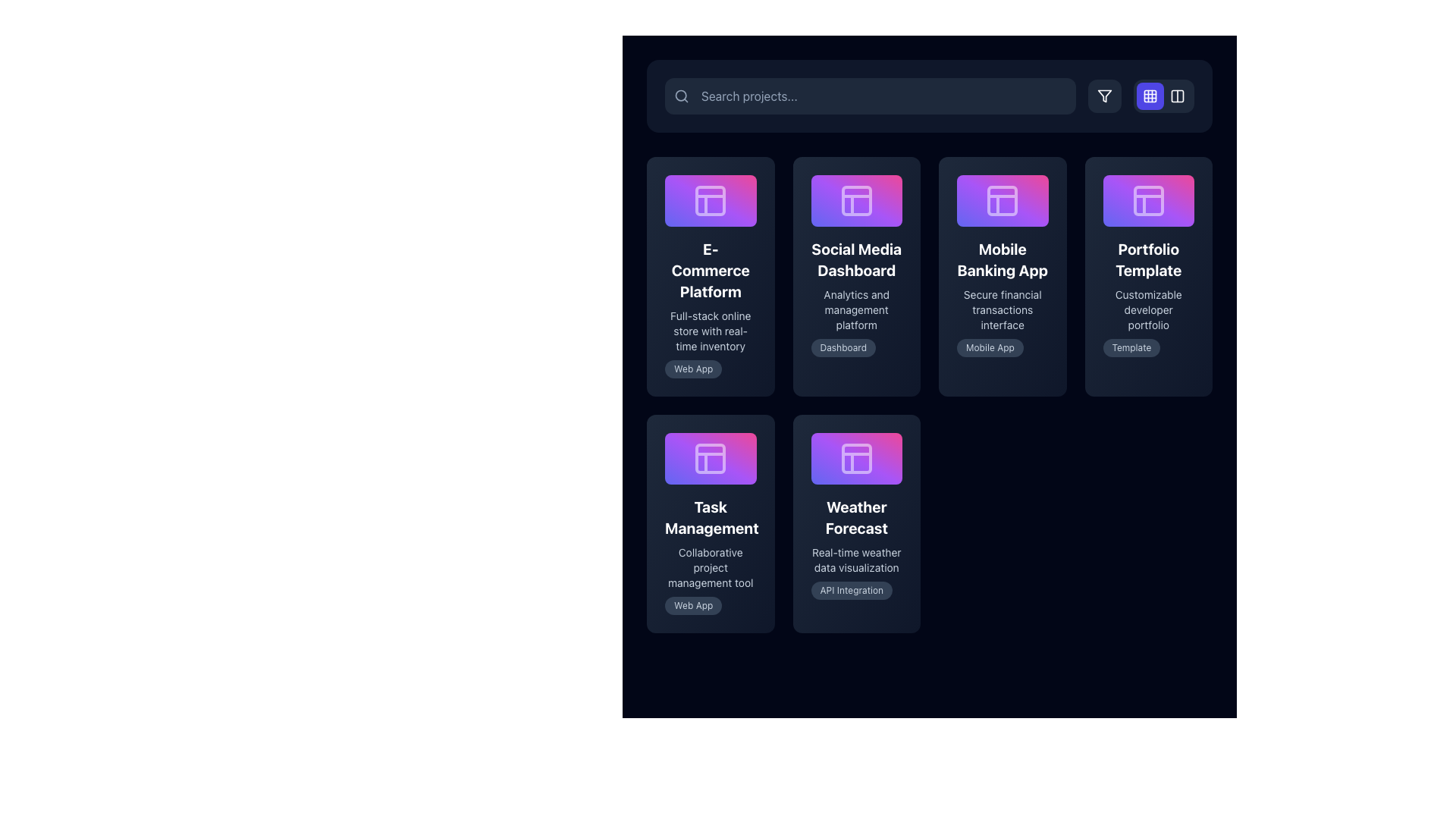 This screenshot has width=1456, height=819. I want to click on the descriptive subtitle text label located below the 'E-Commerce Platform' heading and above the 'Web App' label on the top-left card in the grid layout, so click(710, 330).